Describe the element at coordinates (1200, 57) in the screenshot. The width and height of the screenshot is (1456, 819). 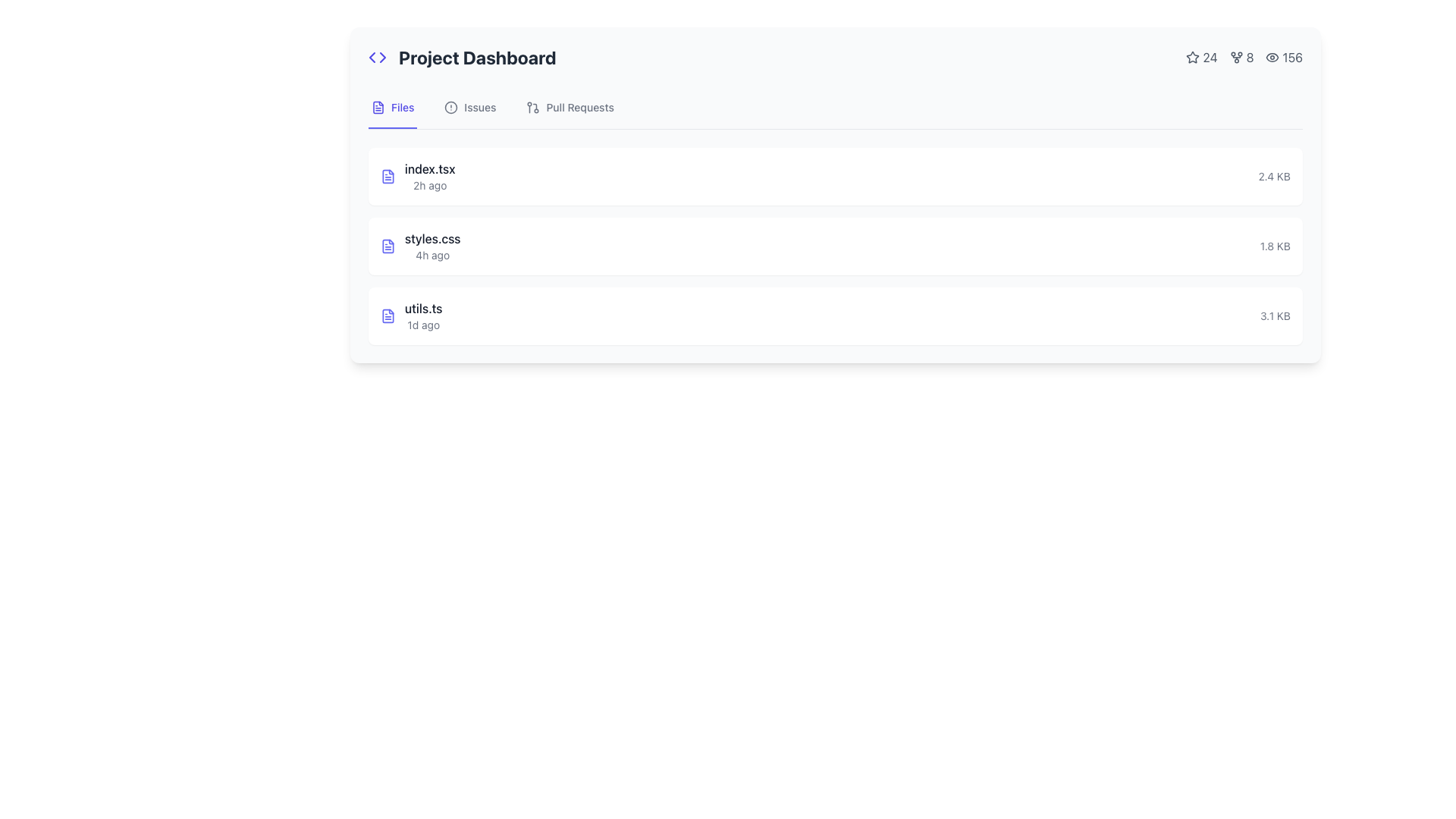
I see `the text label displaying the number '24', located in the upper-right corner of the interface, adjacent to a star icon` at that location.